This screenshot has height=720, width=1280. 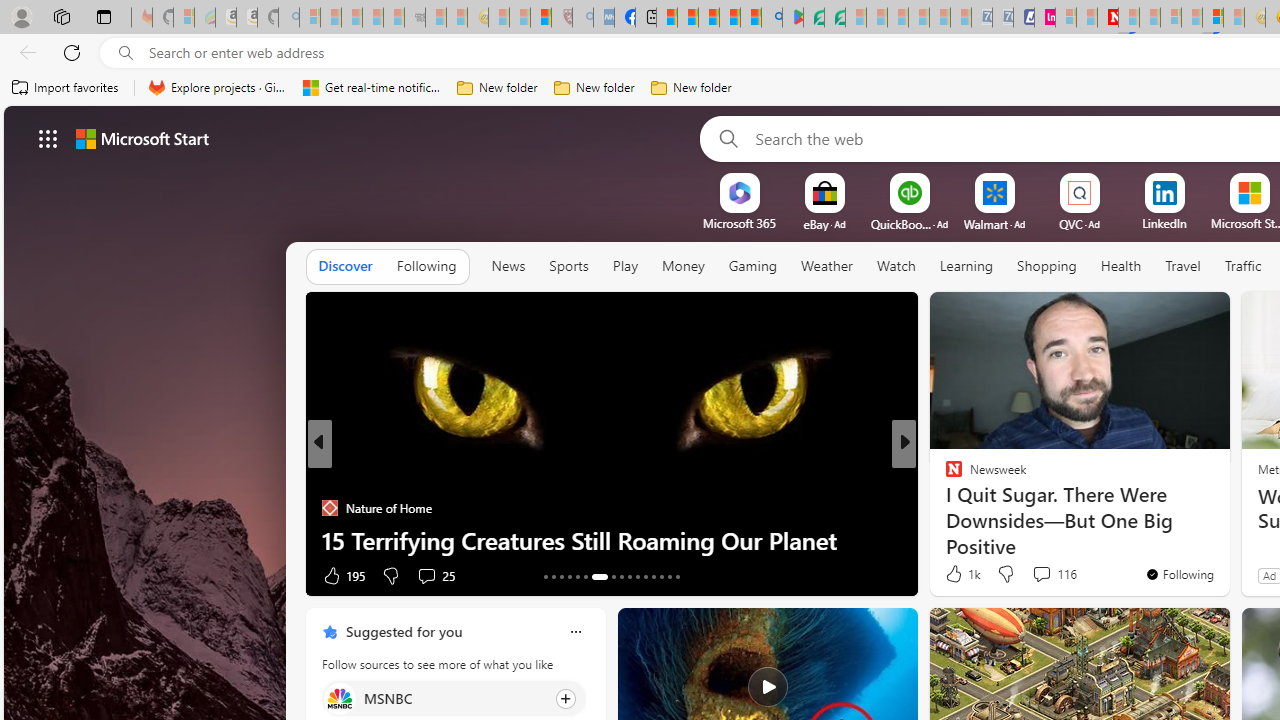 I want to click on 'Recipes - MSN - Sleeping', so click(x=499, y=17).